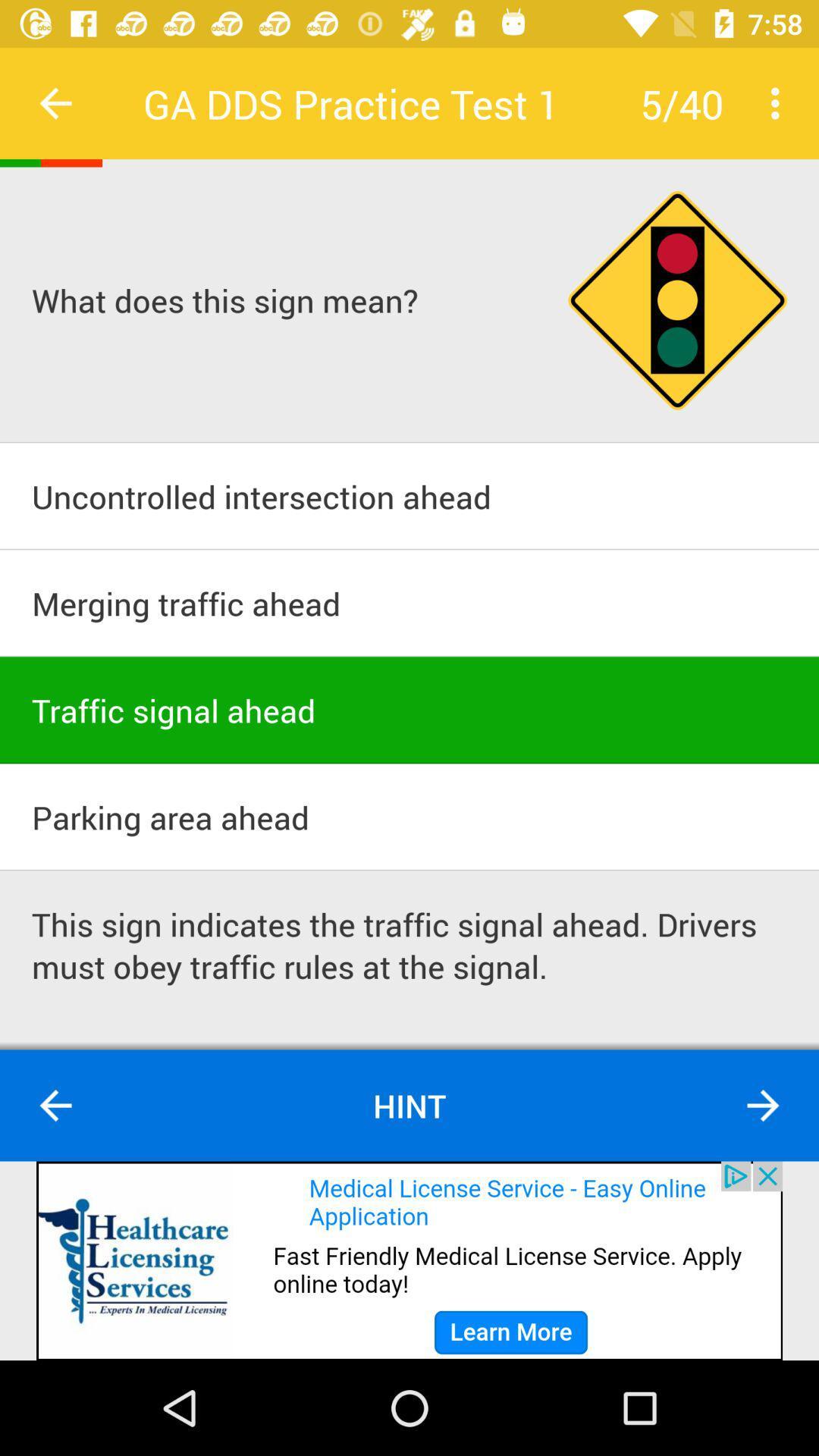 The image size is (819, 1456). I want to click on the arrow_backward icon, so click(55, 1106).